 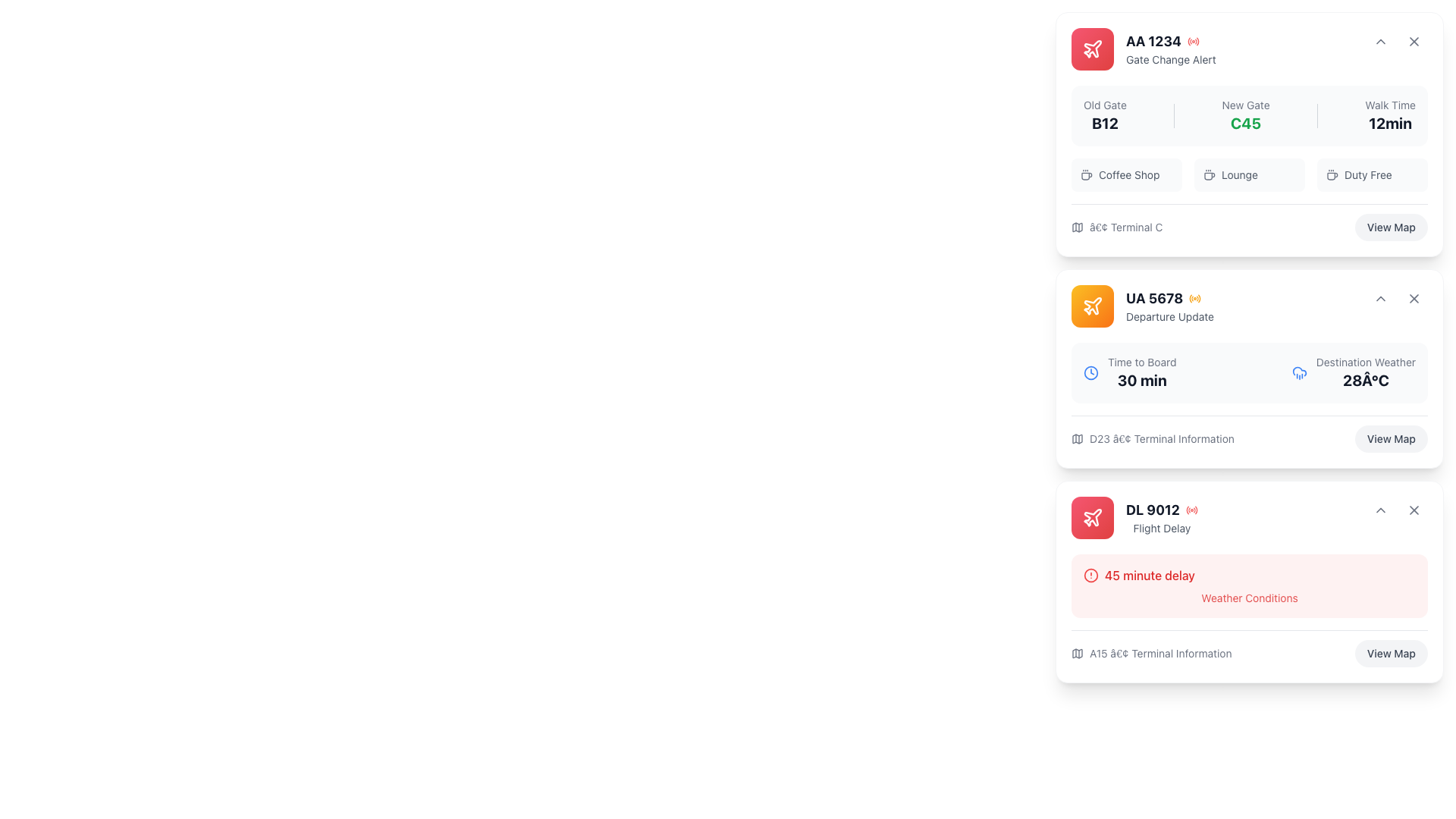 I want to click on information displayed in the text component showing '30 min' below the flight title for flight 'UA 5678', so click(x=1142, y=373).